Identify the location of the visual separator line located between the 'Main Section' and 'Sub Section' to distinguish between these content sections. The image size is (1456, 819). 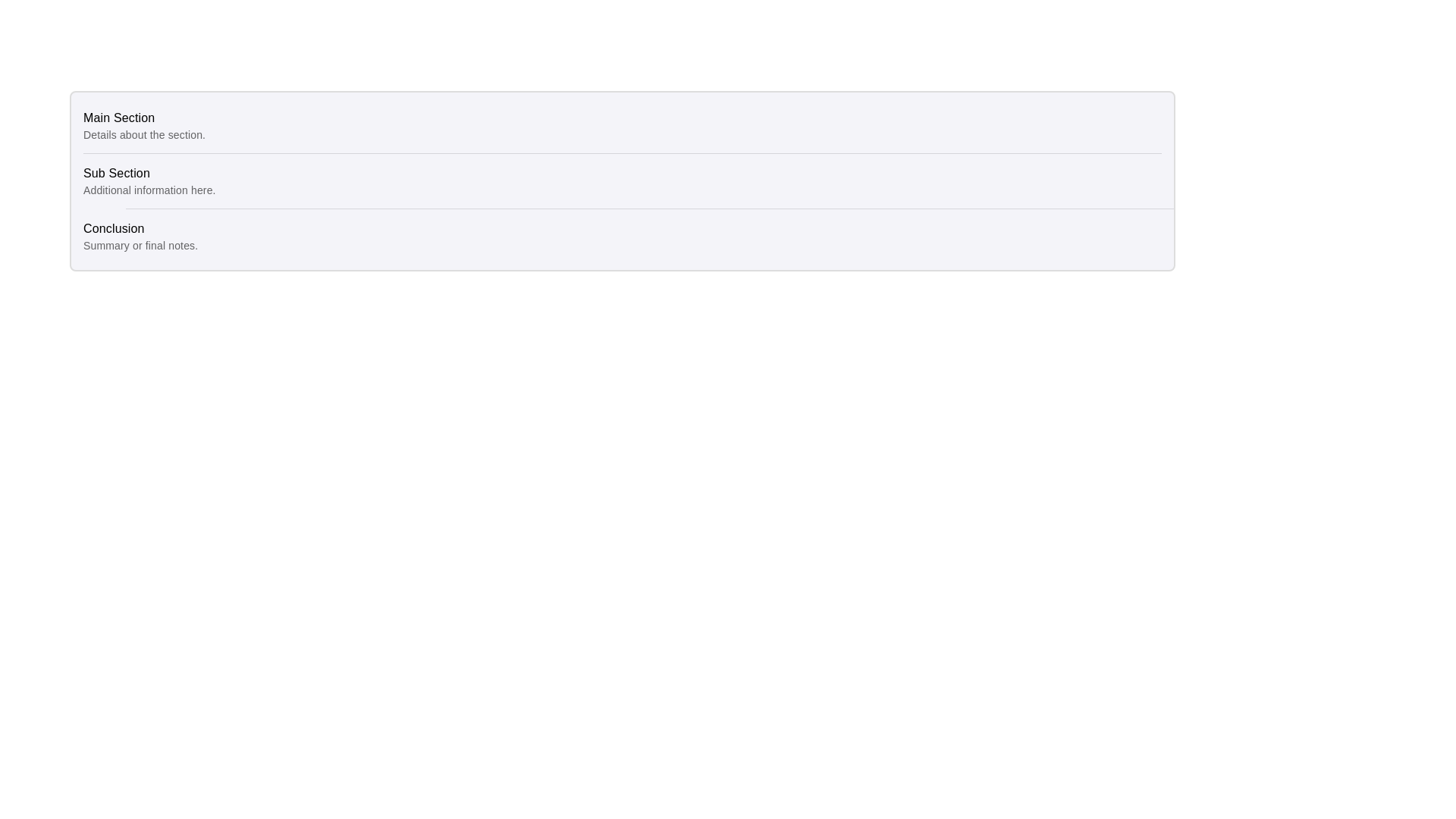
(622, 152).